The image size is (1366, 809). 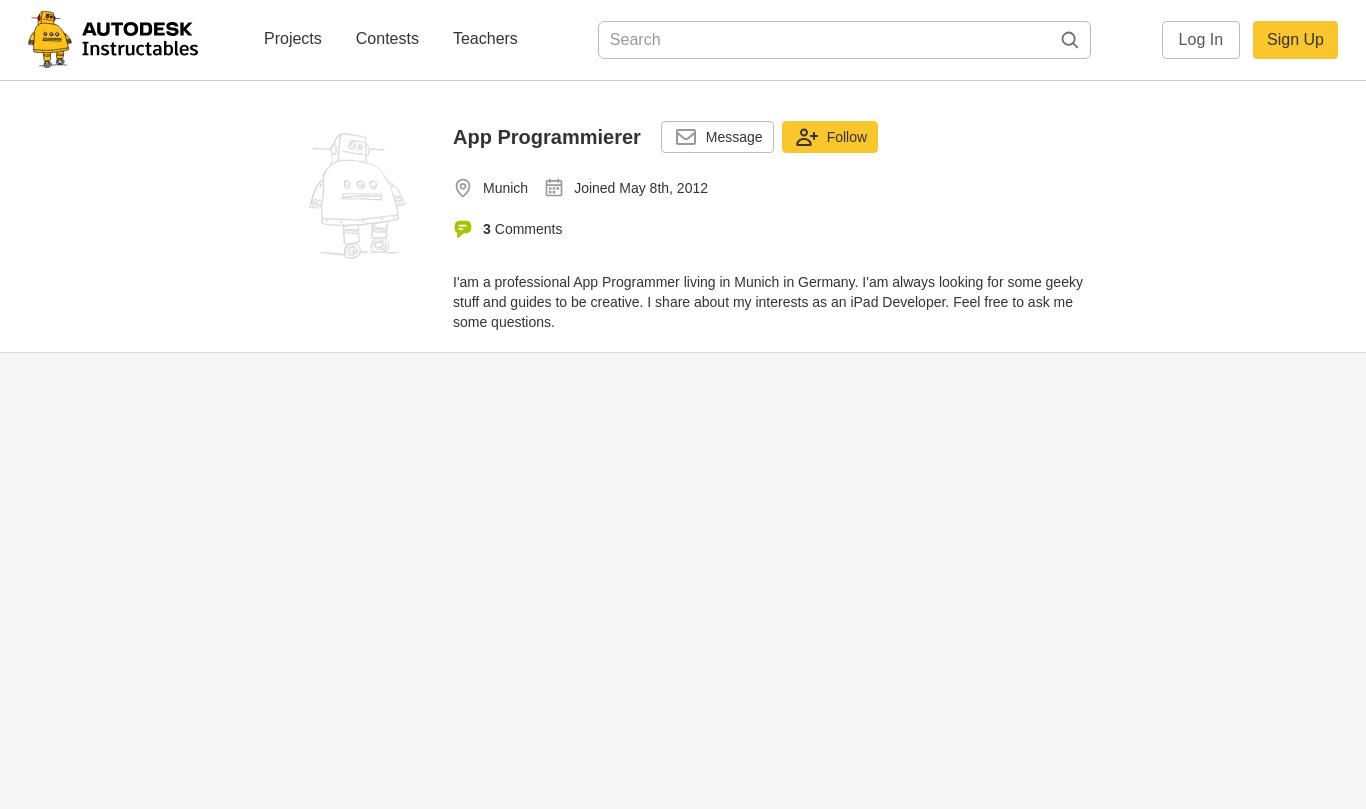 I want to click on 'Sign Up', so click(x=1265, y=39).